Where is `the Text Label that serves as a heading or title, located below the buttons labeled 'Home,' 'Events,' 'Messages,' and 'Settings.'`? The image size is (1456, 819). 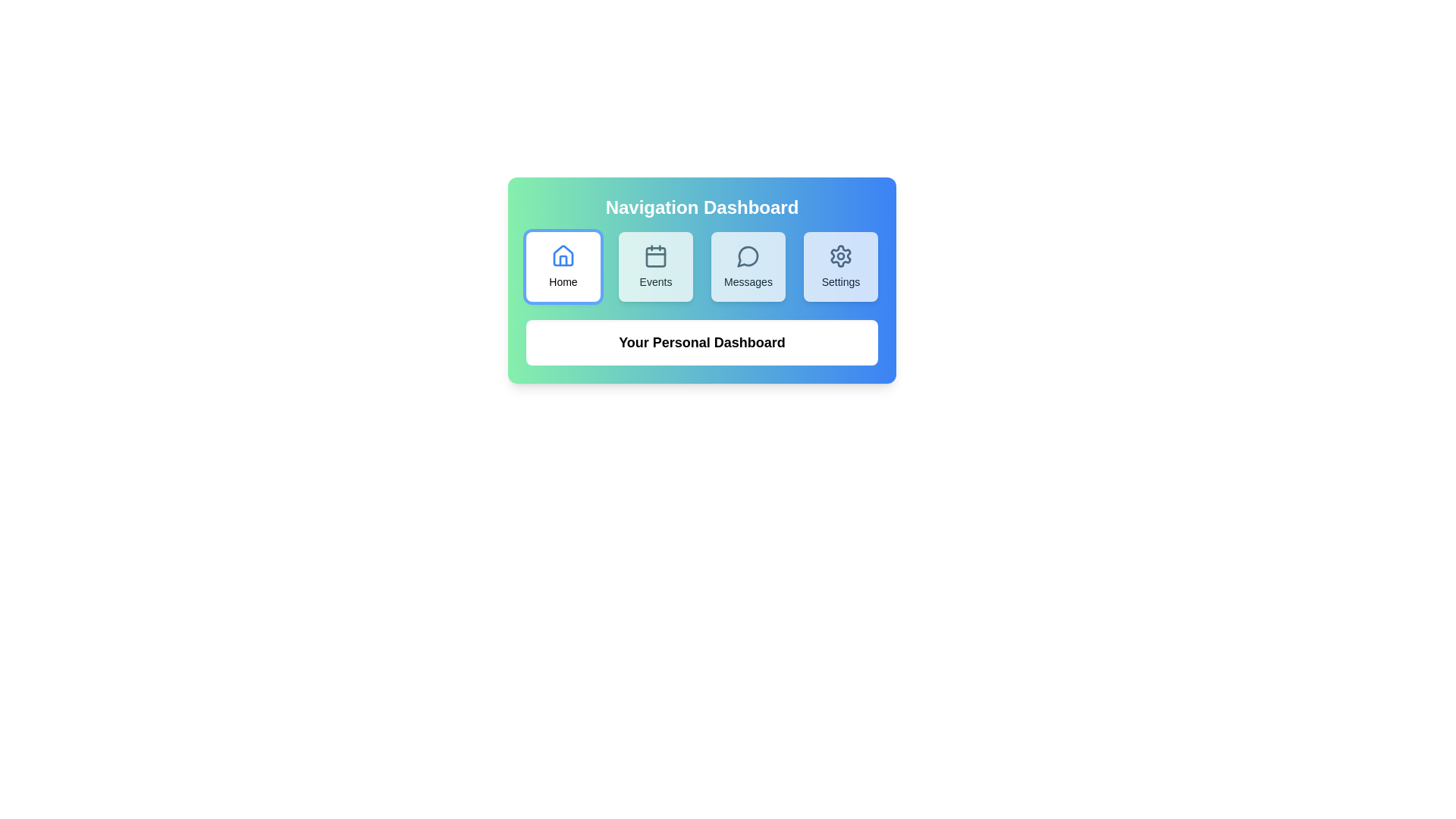
the Text Label that serves as a heading or title, located below the buttons labeled 'Home,' 'Events,' 'Messages,' and 'Settings.' is located at coordinates (701, 342).